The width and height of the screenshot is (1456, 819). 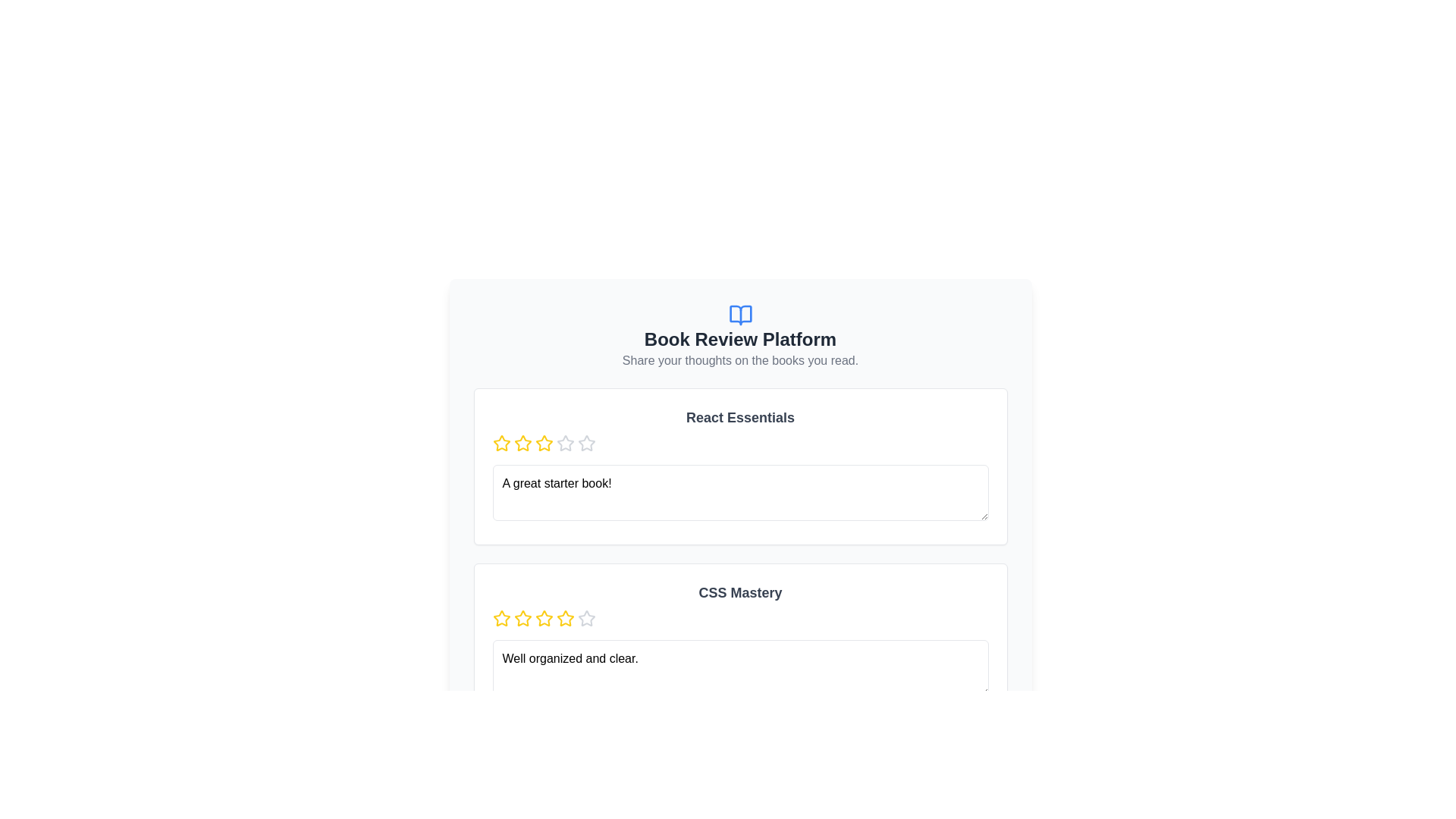 I want to click on the fifth star in the rating row below the review titled 'CSS Mastery', so click(x=585, y=619).